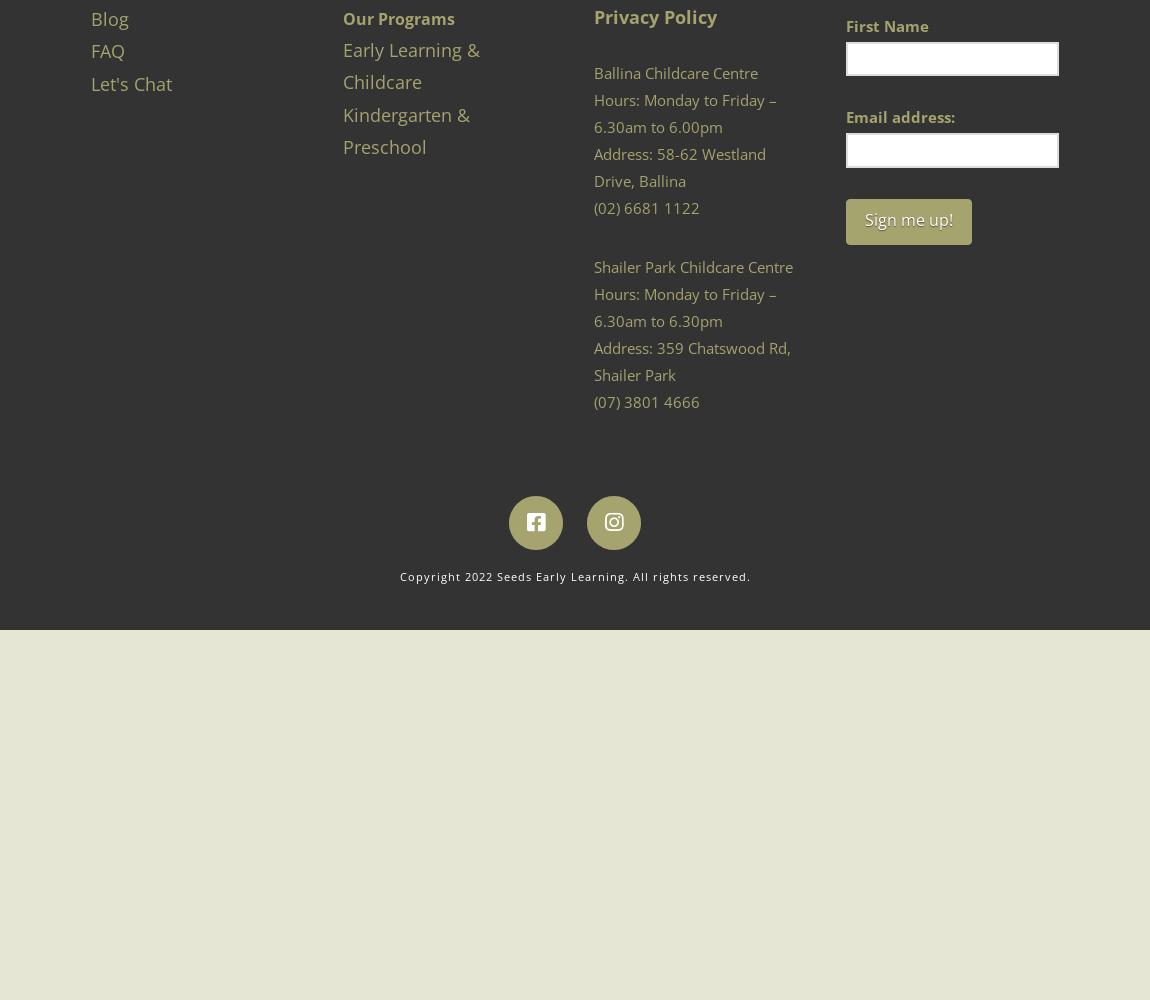  I want to click on 'Early Learning & Childcare', so click(410, 64).